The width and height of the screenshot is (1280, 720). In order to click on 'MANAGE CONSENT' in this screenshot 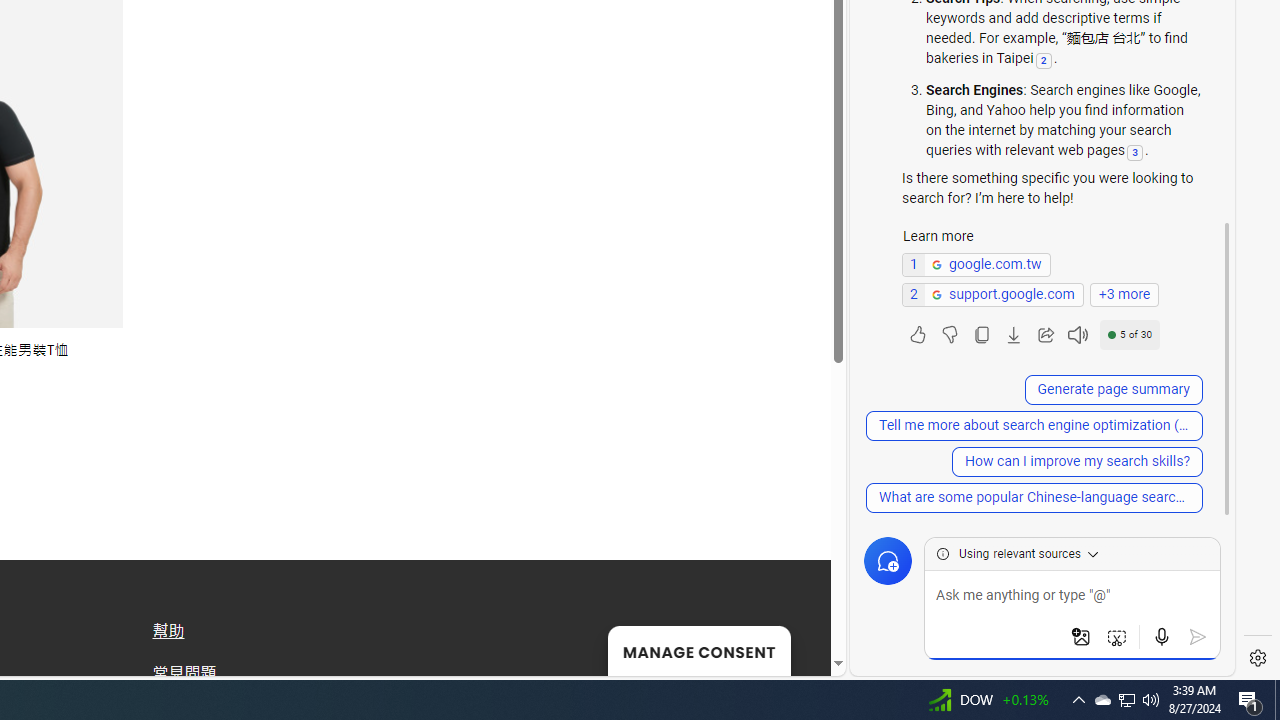, I will do `click(698, 650)`.